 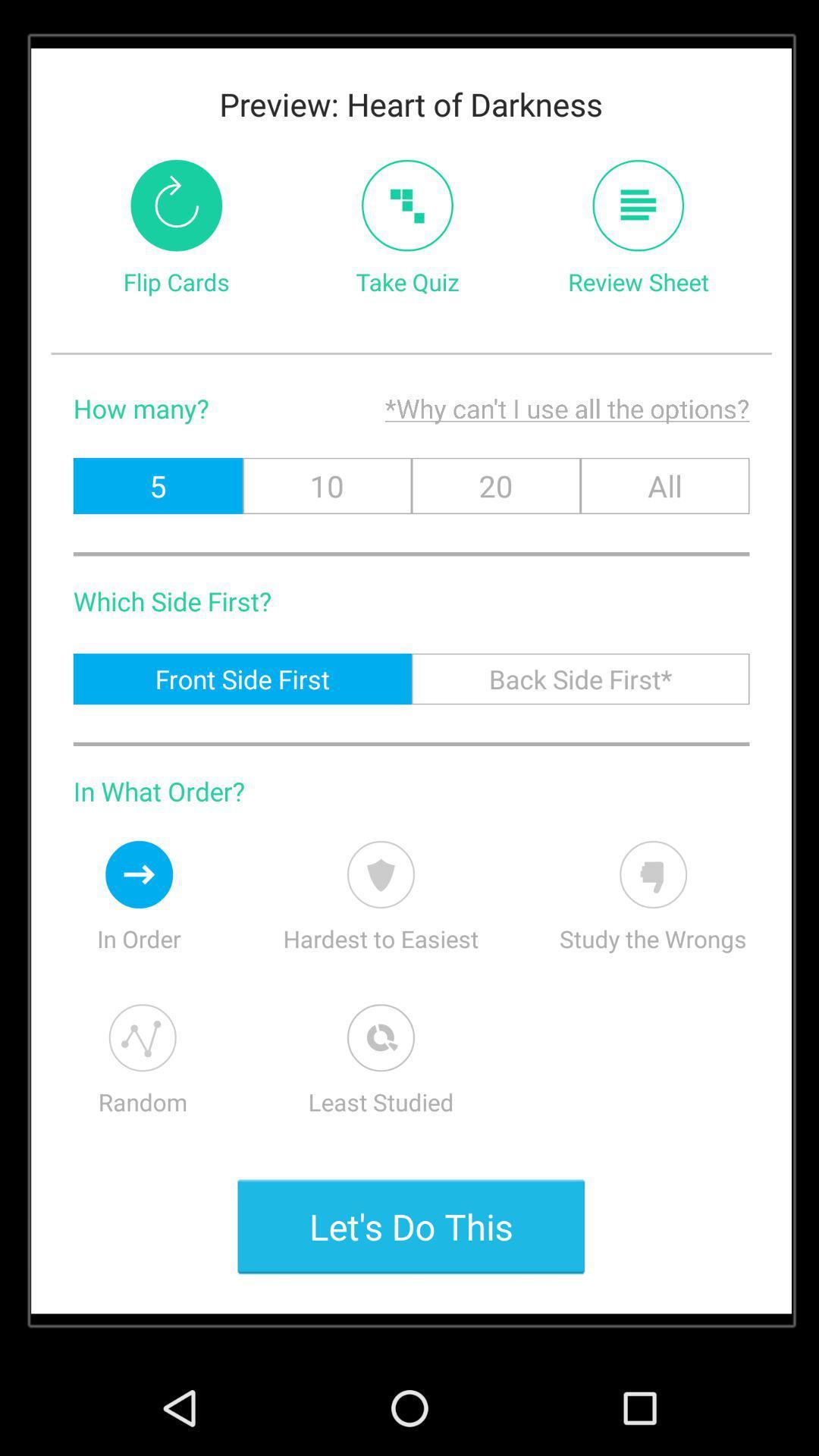 I want to click on the refresh icon, so click(x=175, y=219).